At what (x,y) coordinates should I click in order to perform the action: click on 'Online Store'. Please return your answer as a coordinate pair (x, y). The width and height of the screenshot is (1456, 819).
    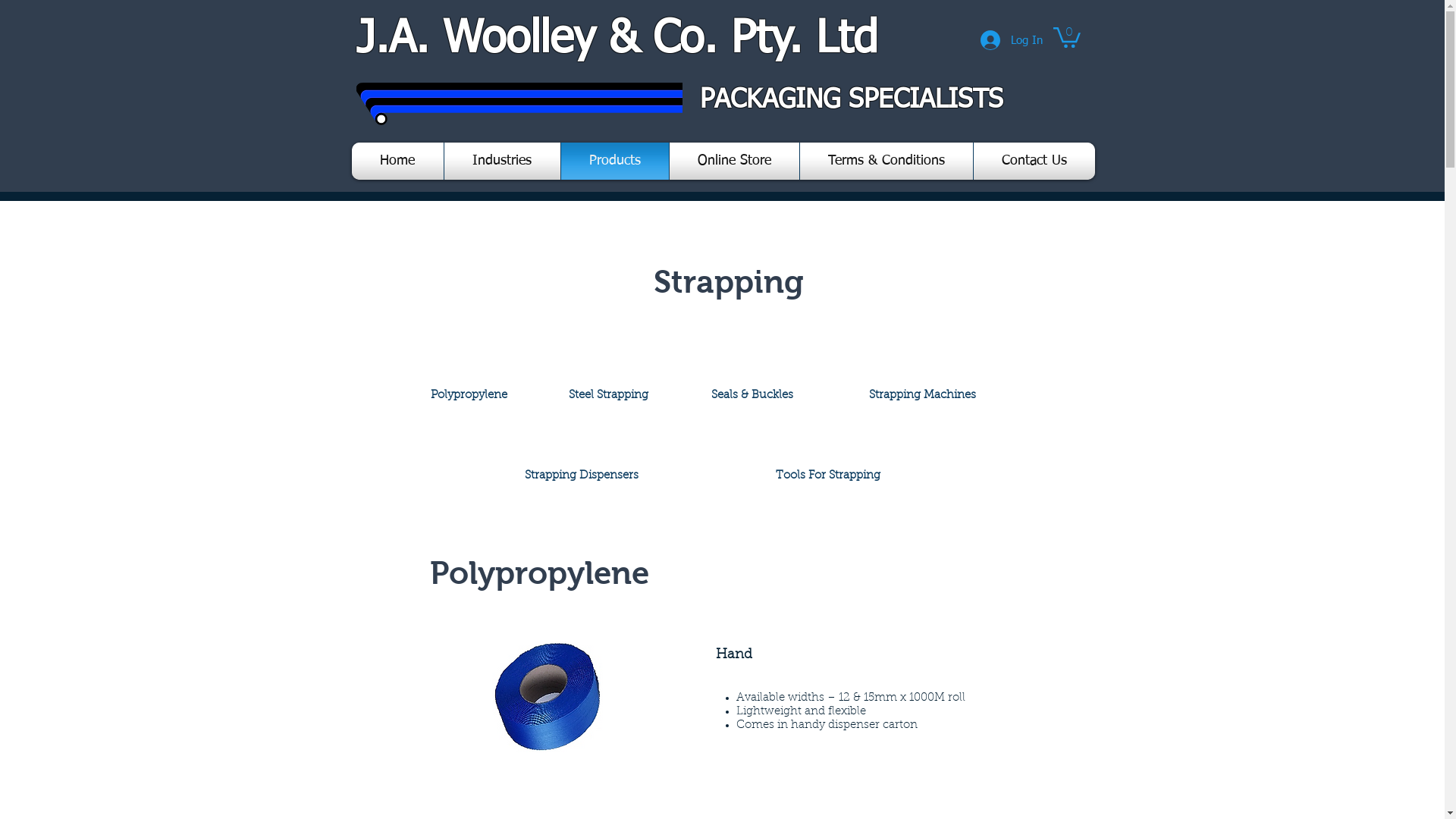
    Looking at the image, I should click on (734, 161).